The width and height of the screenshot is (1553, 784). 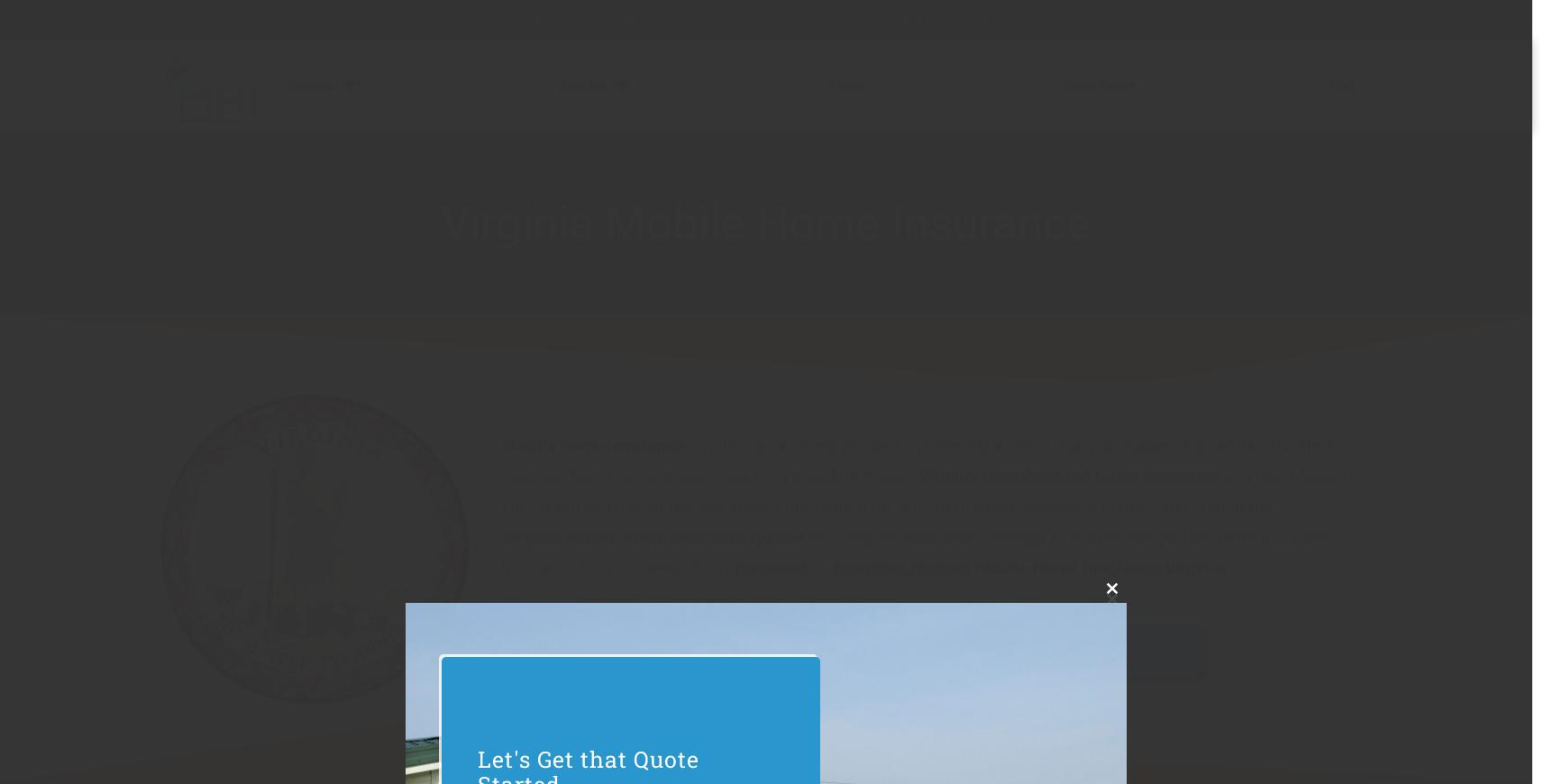 I want to click on '1-800-771-7758', so click(x=594, y=19).